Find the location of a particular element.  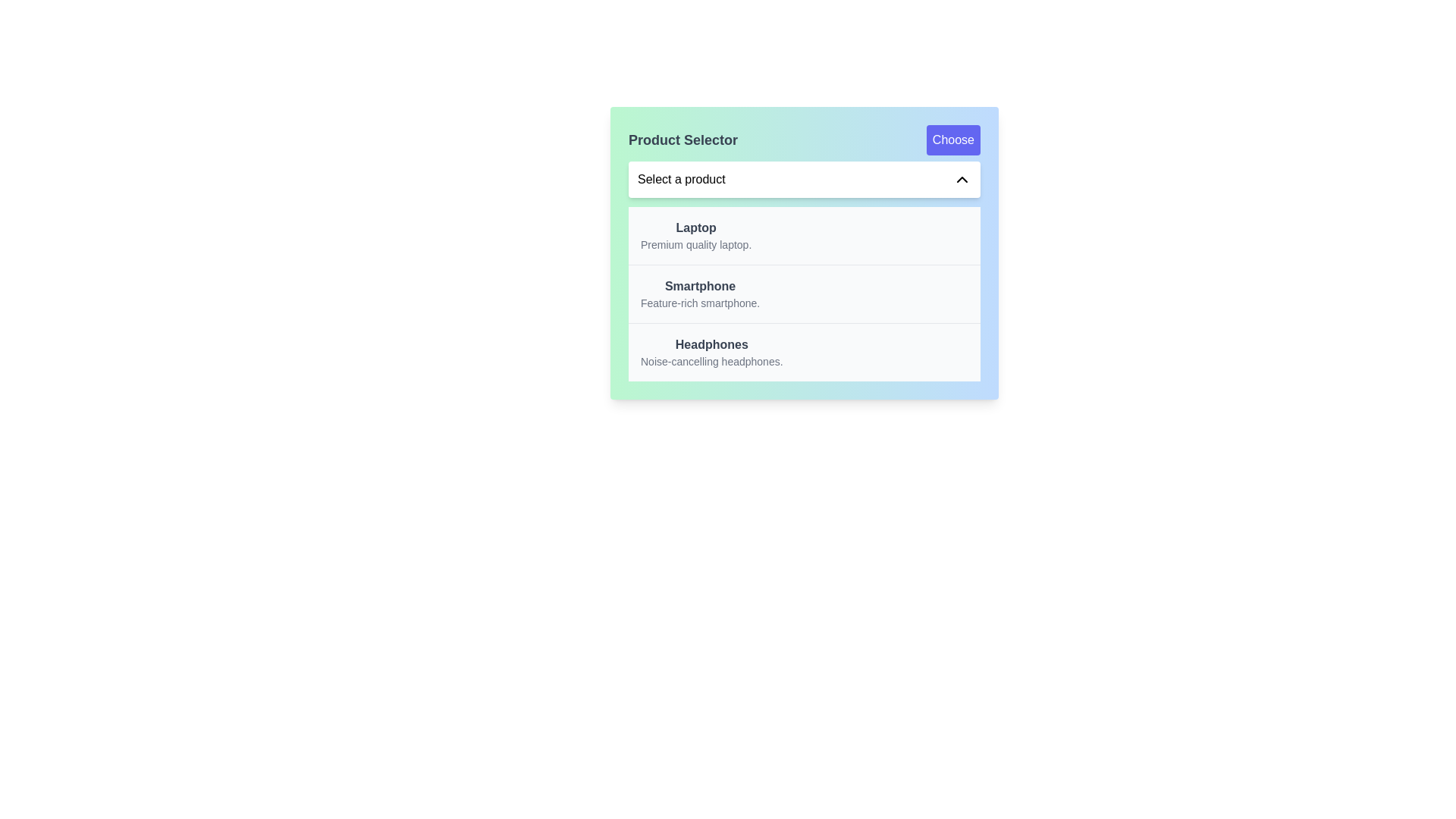

the detailed description text label for the product category 'Headphones', located below the bold 'Headphones' text in the dropdown menu is located at coordinates (711, 362).